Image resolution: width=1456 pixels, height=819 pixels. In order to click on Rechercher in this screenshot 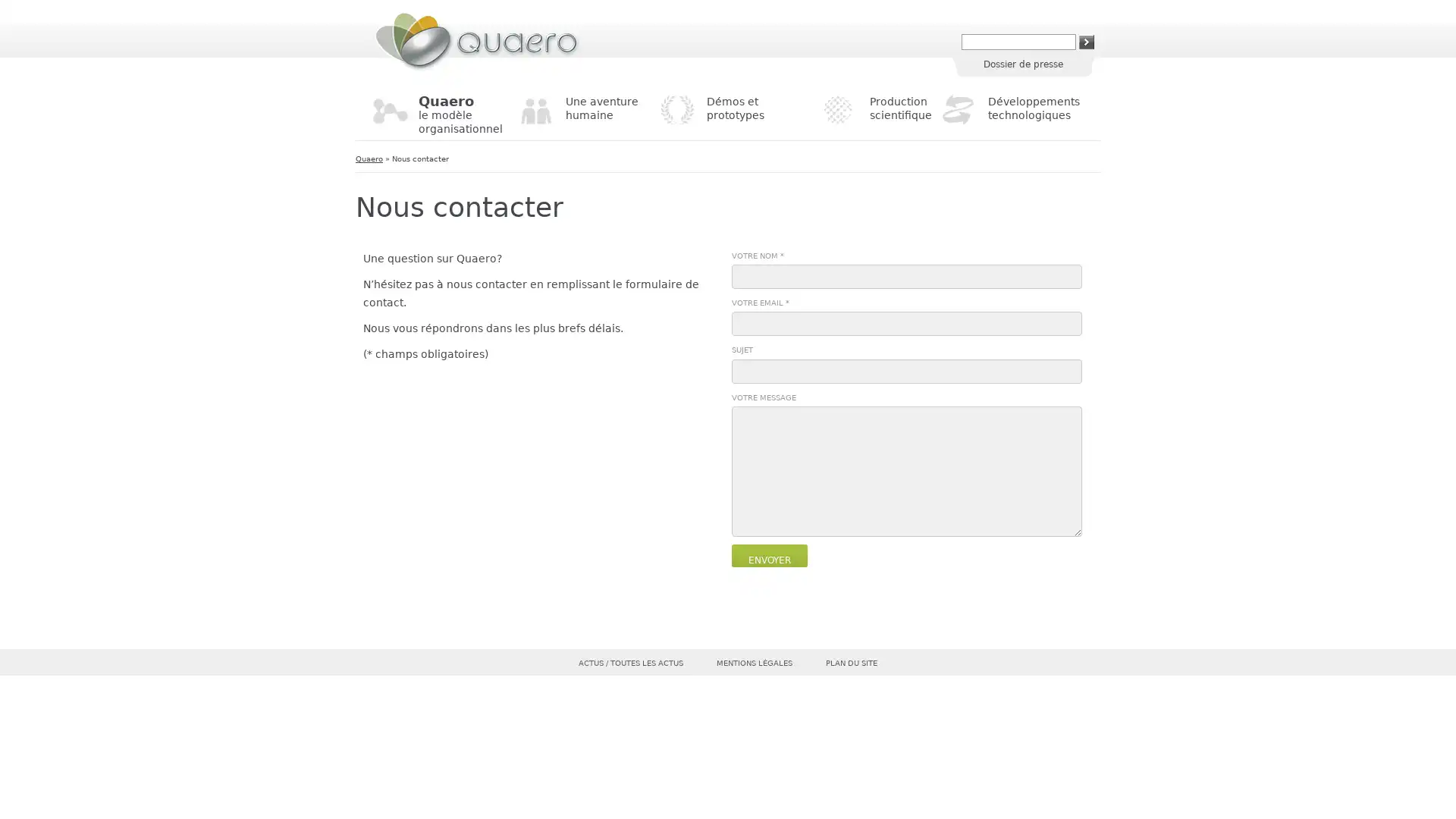, I will do `click(1086, 41)`.